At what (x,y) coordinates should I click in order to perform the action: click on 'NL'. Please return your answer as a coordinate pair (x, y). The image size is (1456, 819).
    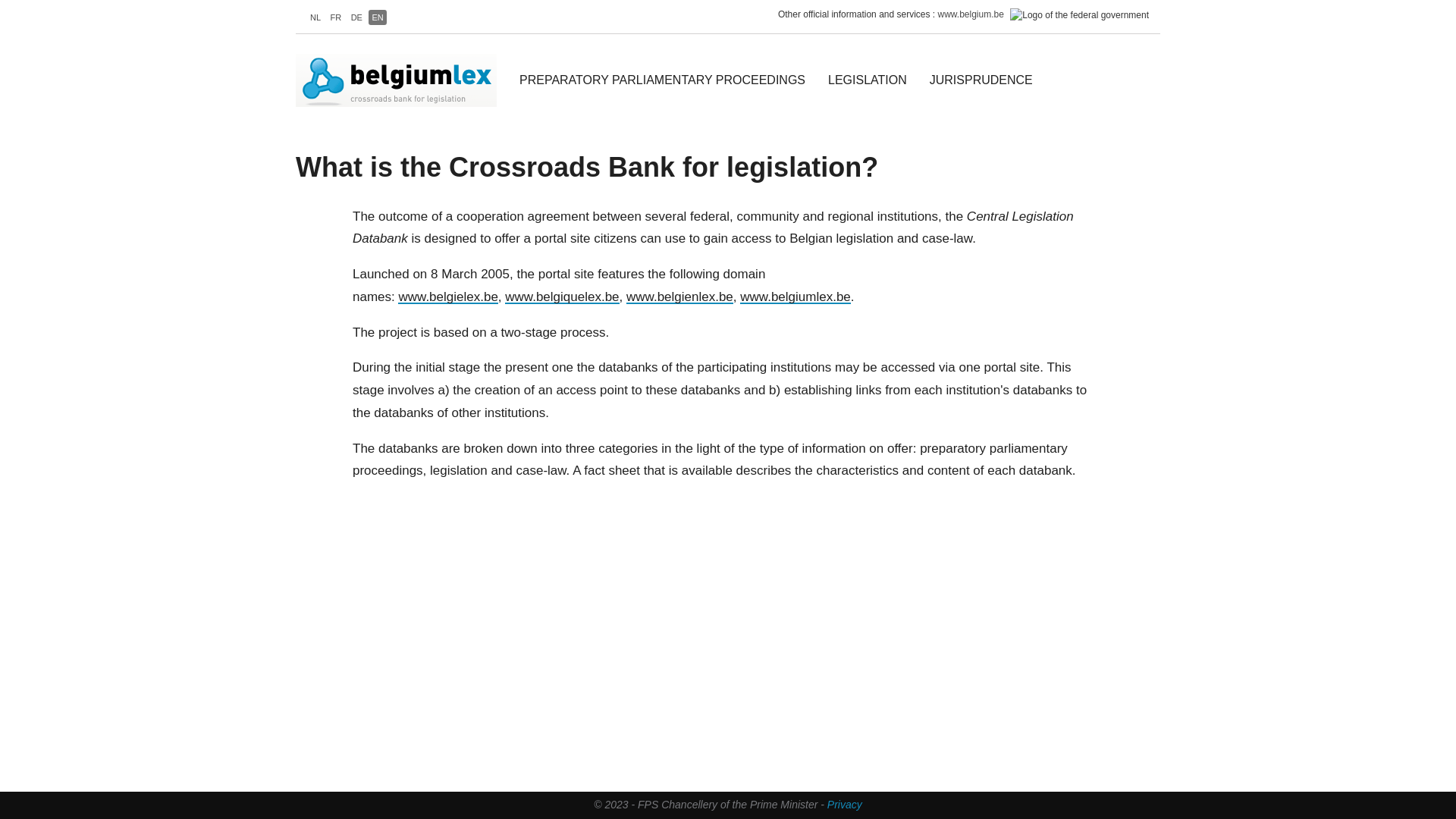
    Looking at the image, I should click on (306, 17).